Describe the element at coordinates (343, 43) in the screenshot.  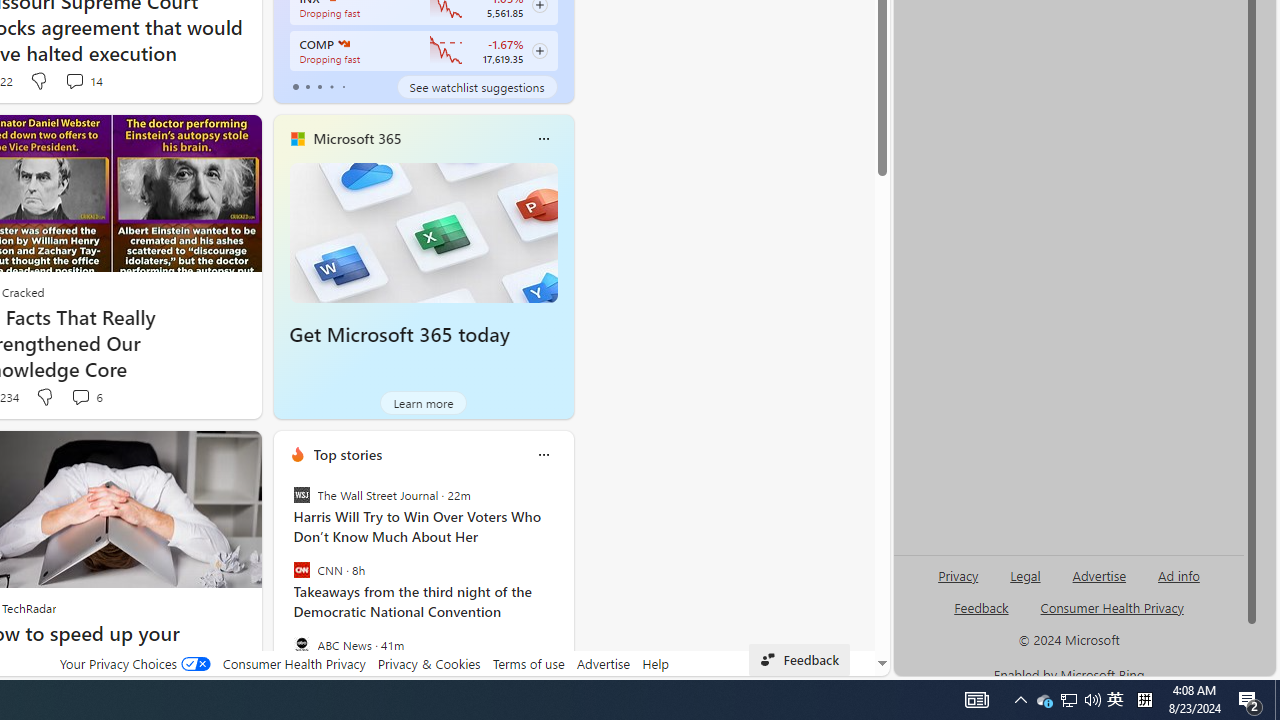
I see `'NASDAQ'` at that location.